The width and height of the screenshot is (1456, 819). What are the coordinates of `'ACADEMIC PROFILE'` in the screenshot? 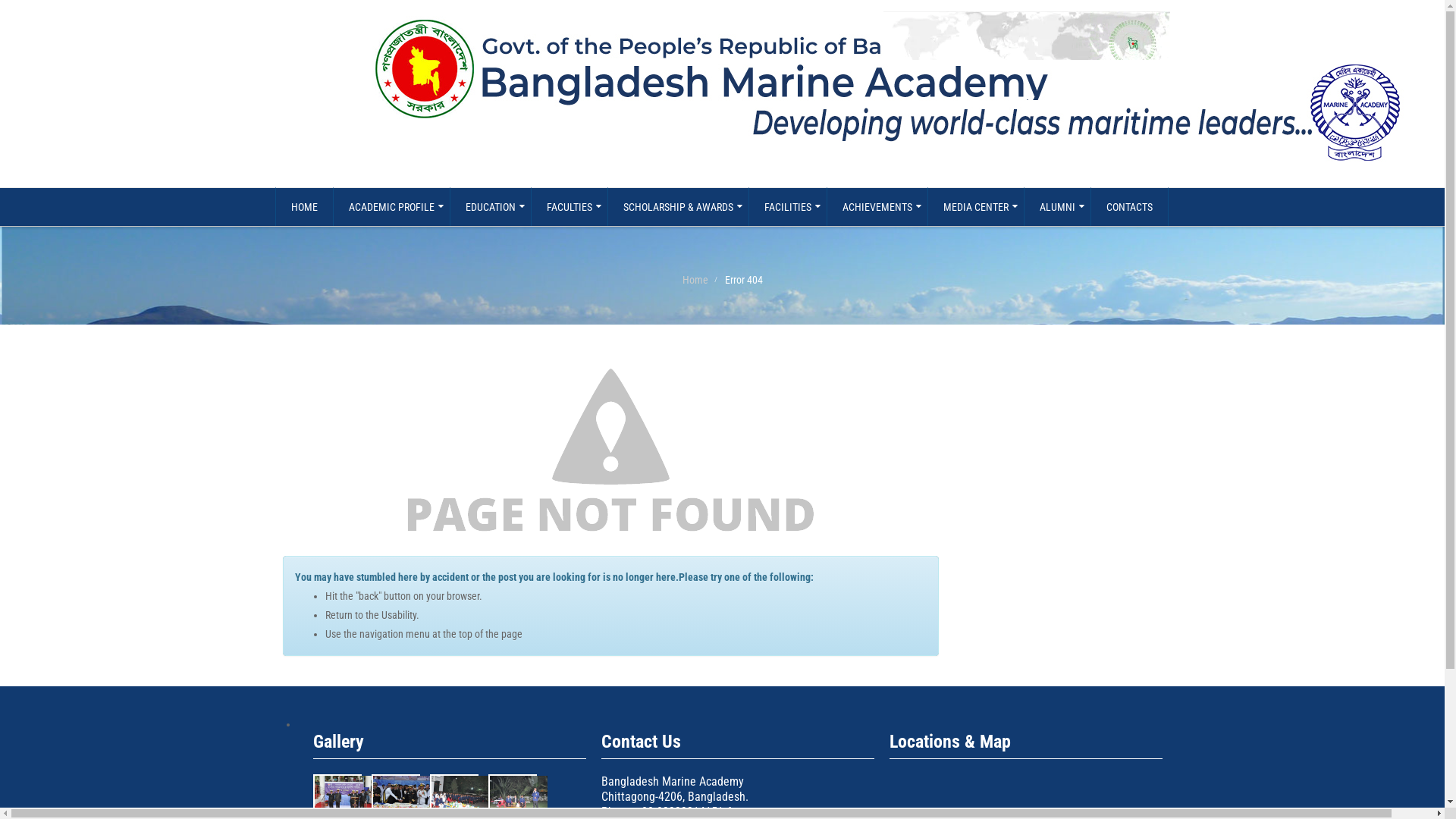 It's located at (331, 207).